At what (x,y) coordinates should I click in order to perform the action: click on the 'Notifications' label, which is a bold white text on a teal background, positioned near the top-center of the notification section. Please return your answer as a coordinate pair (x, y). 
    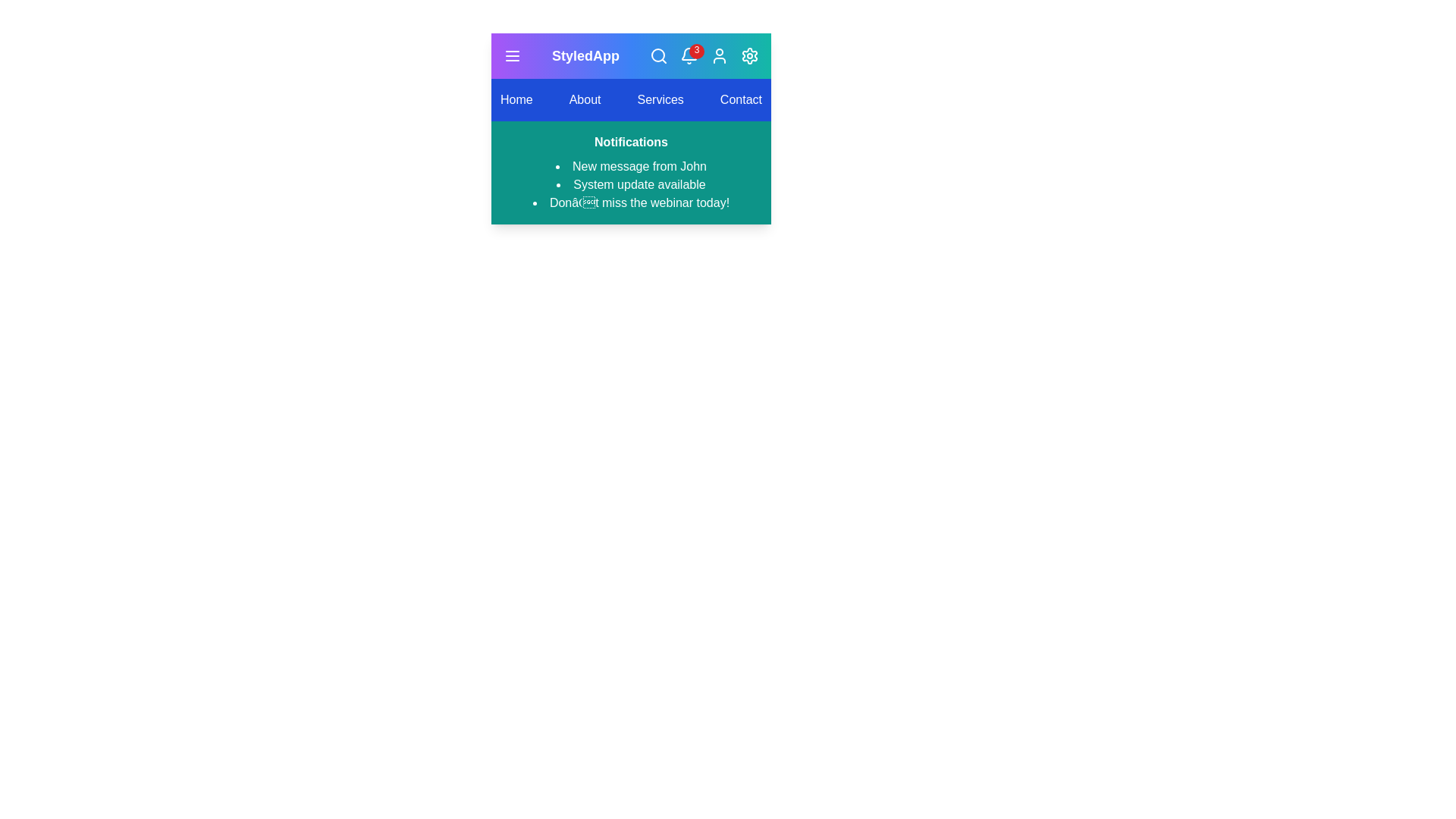
    Looking at the image, I should click on (631, 142).